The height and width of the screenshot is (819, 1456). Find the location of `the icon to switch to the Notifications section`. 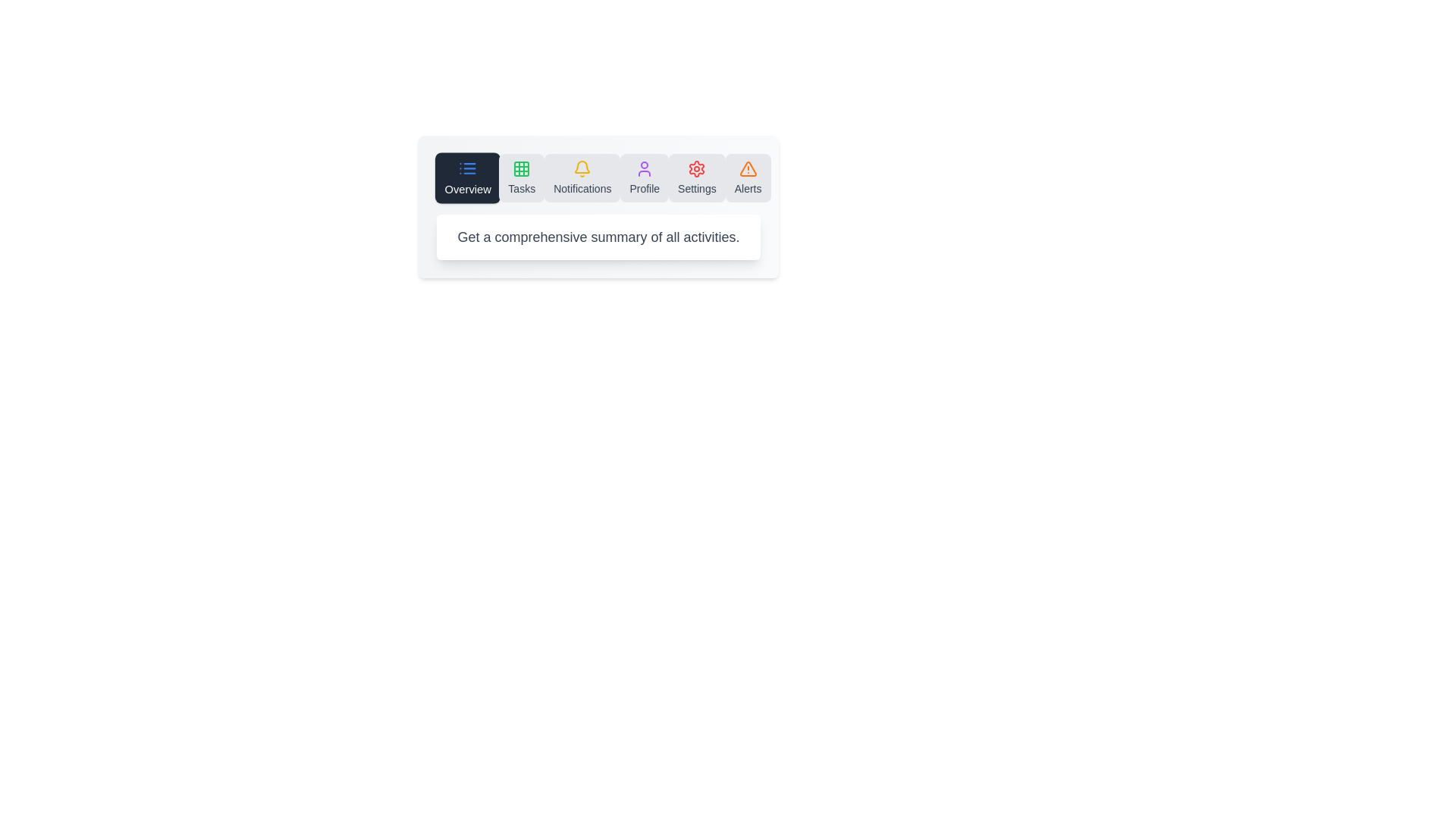

the icon to switch to the Notifications section is located at coordinates (582, 177).